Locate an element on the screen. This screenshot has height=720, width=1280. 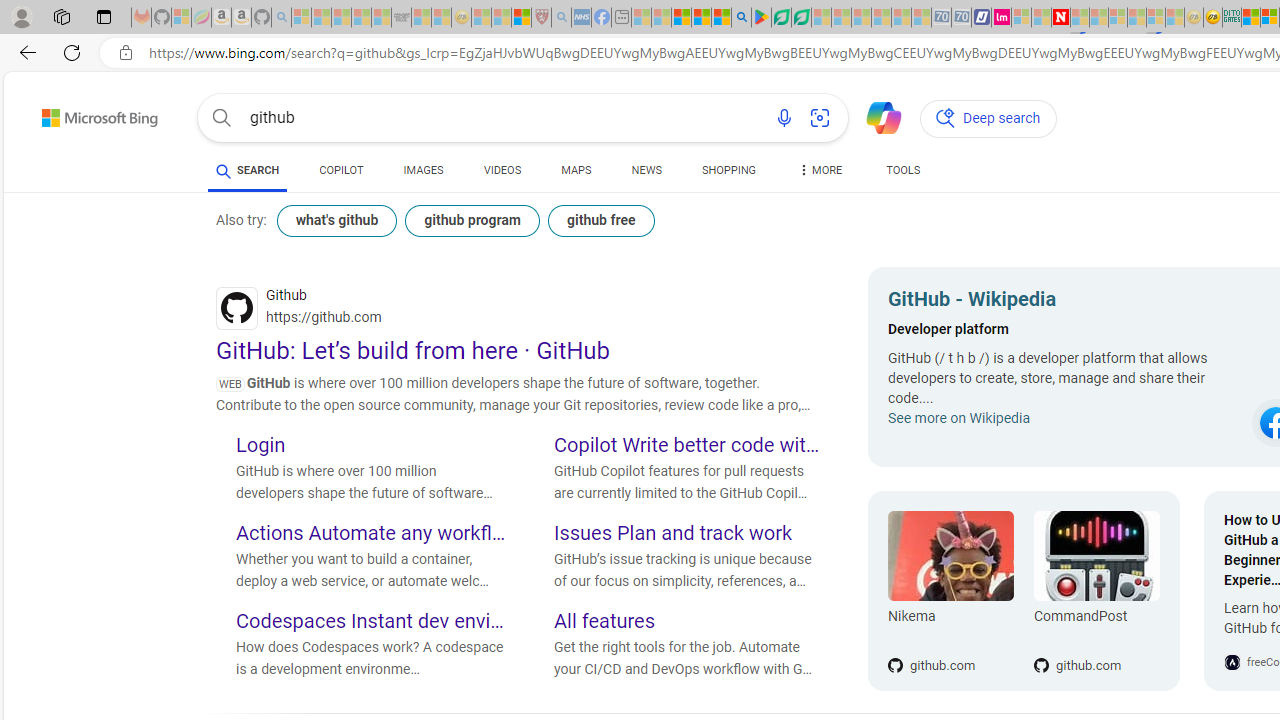
'COPILOT' is located at coordinates (341, 172).